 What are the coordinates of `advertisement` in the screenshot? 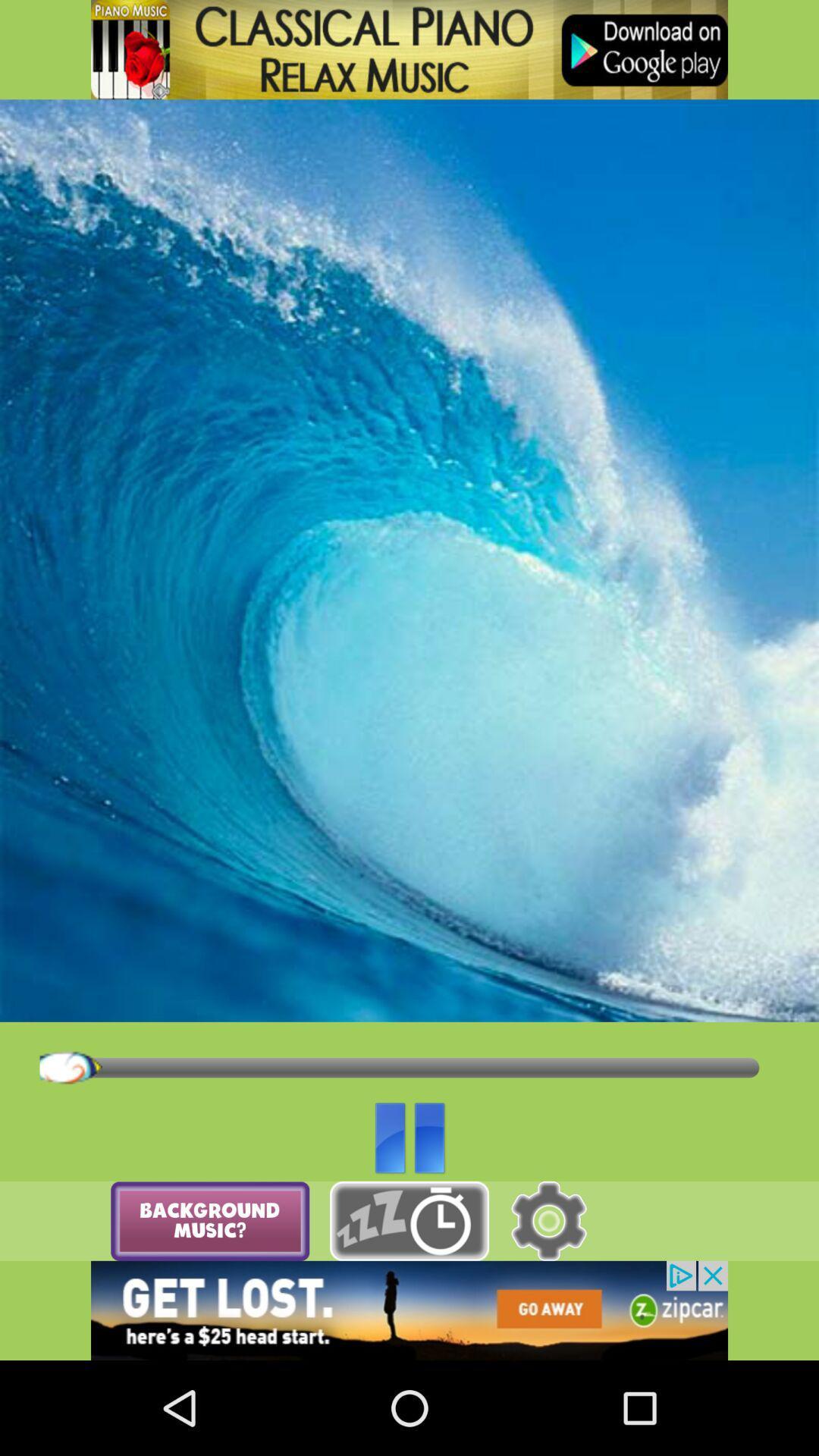 It's located at (409, 49).